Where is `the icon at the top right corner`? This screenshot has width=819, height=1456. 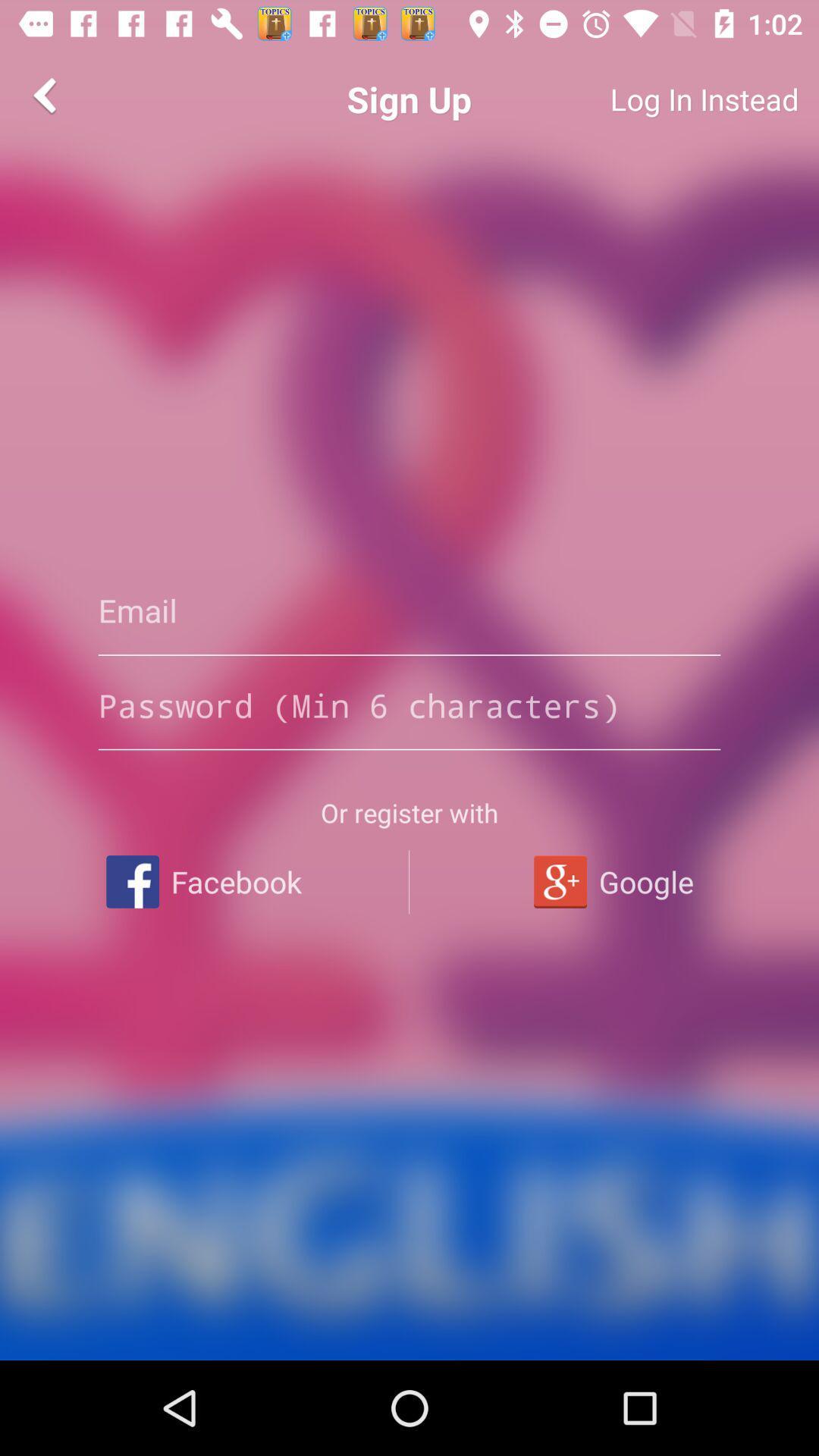
the icon at the top right corner is located at coordinates (648, 99).